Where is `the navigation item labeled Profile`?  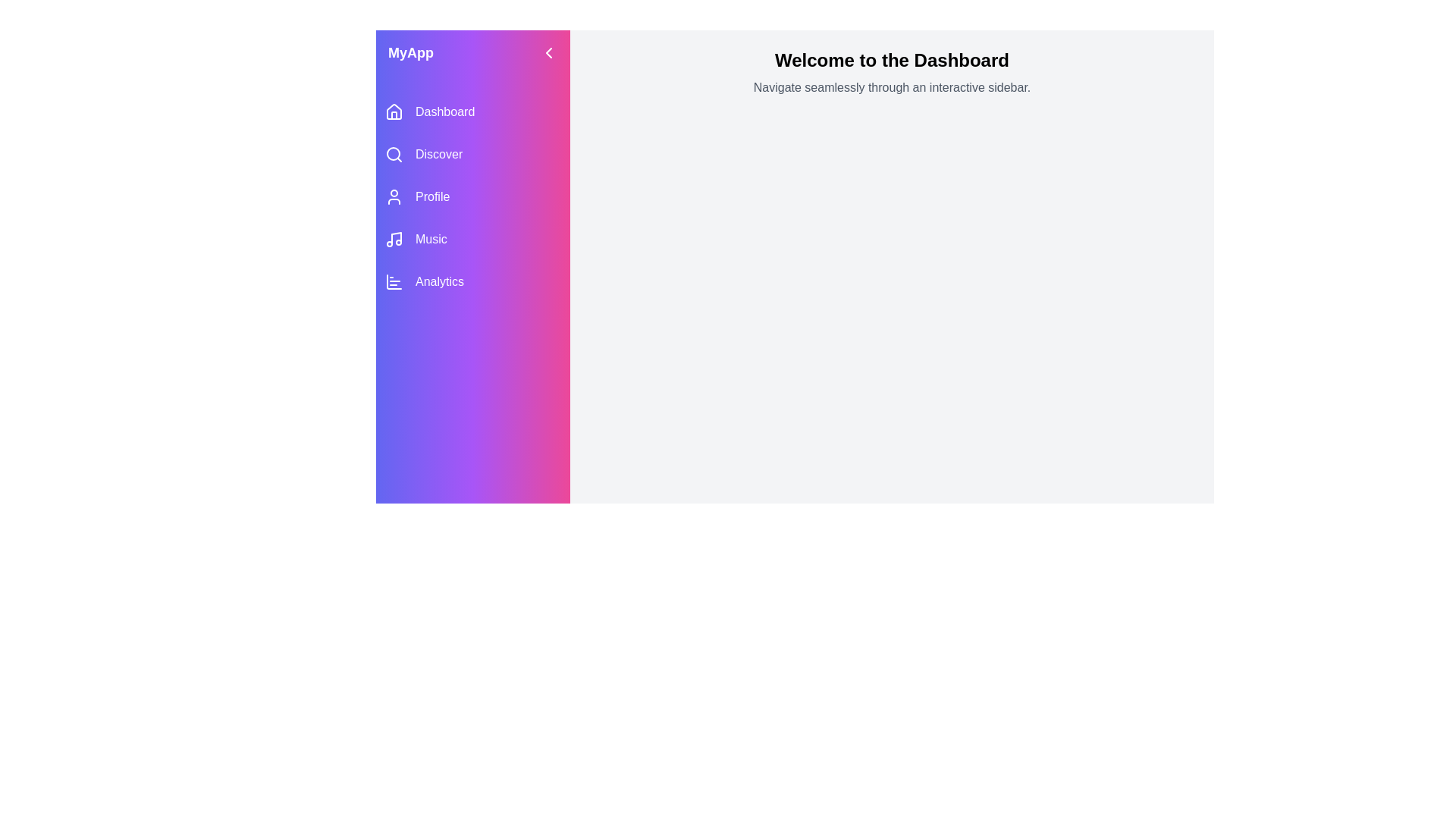 the navigation item labeled Profile is located at coordinates (472, 196).